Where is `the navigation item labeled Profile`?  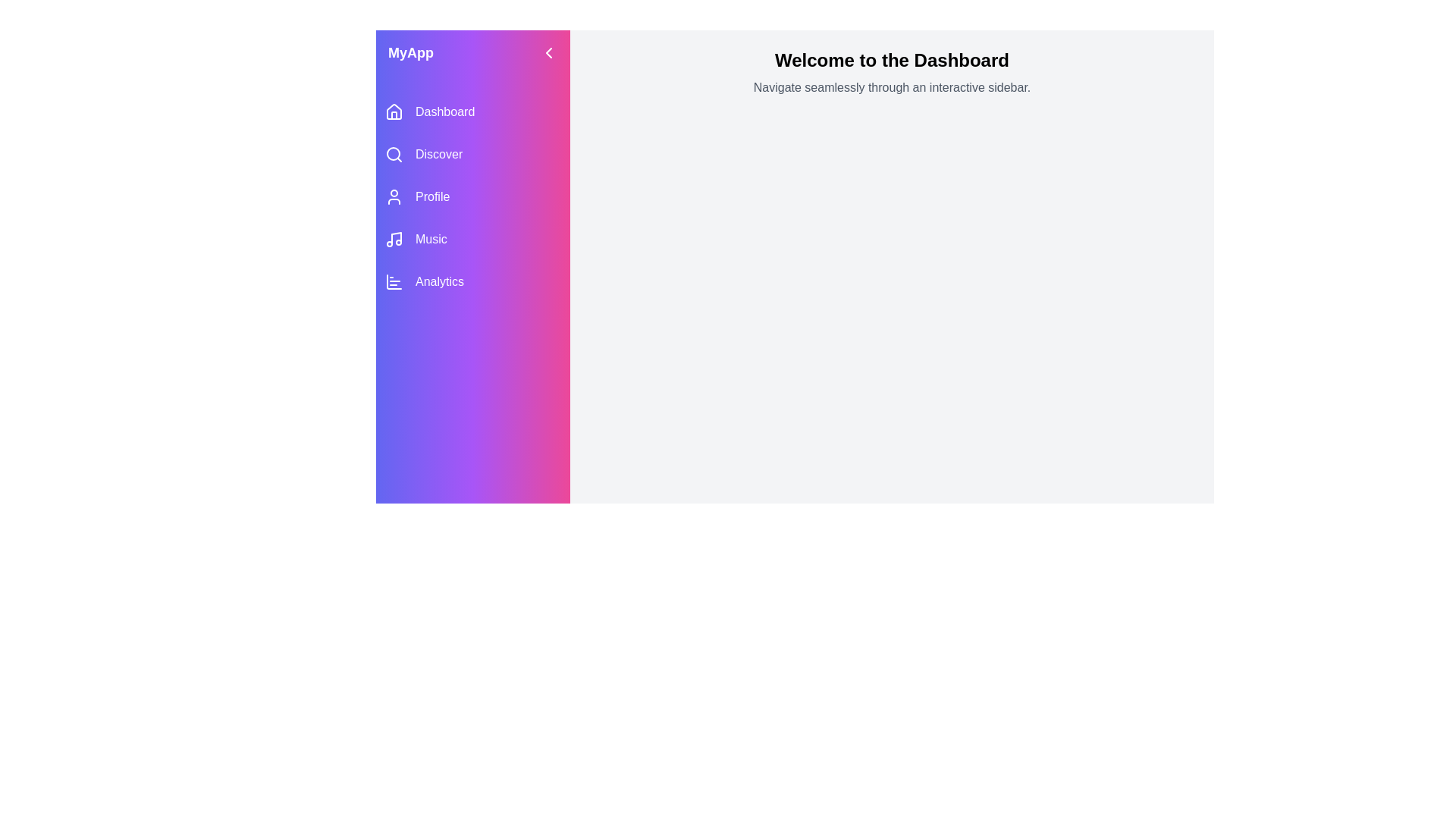 the navigation item labeled Profile is located at coordinates (472, 196).